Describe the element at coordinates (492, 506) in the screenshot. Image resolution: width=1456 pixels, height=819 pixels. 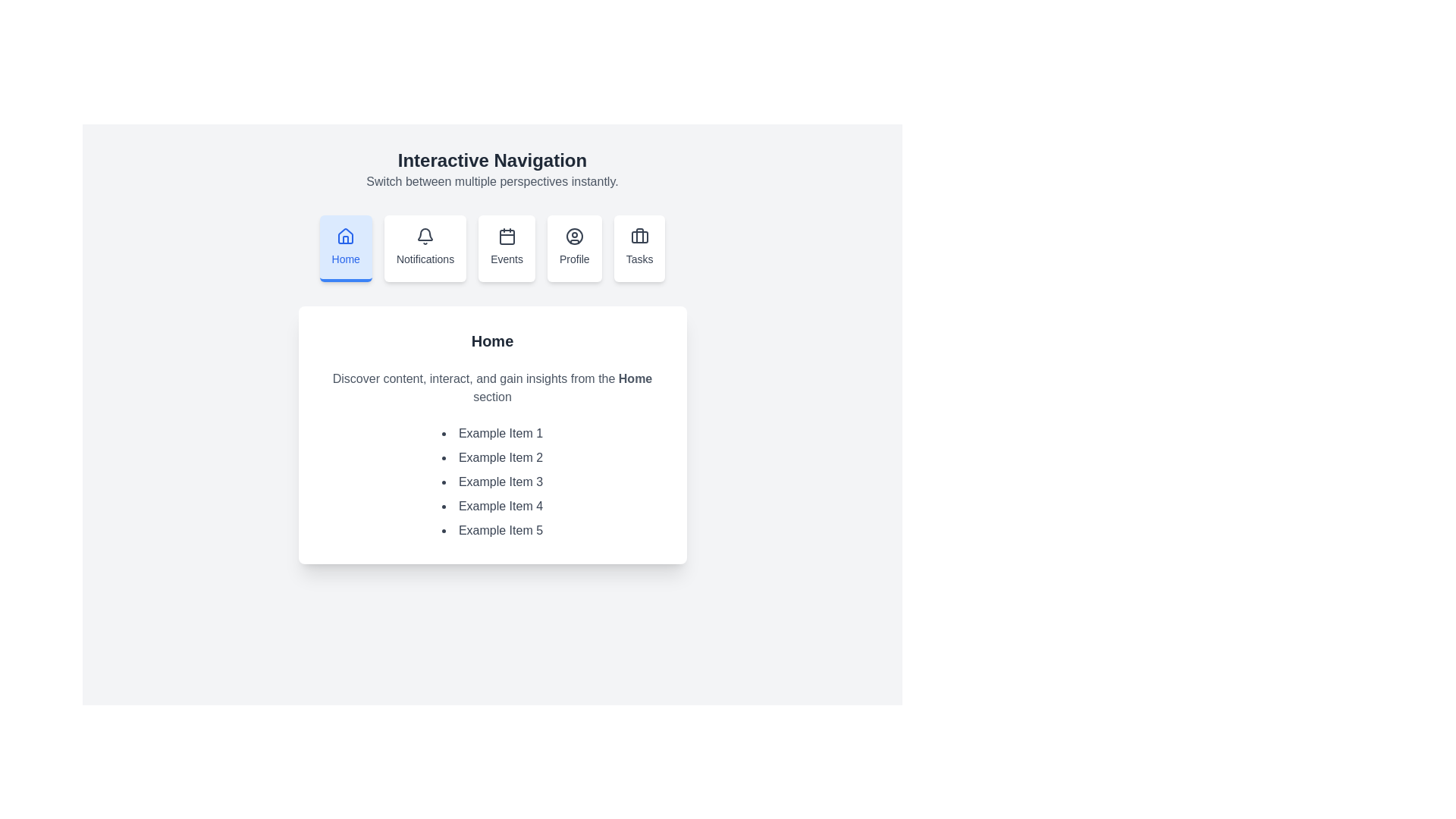
I see `the text label styled in gray with the text 'Example Item 4', which is the fourth item in a vertical list under the title 'Home'` at that location.